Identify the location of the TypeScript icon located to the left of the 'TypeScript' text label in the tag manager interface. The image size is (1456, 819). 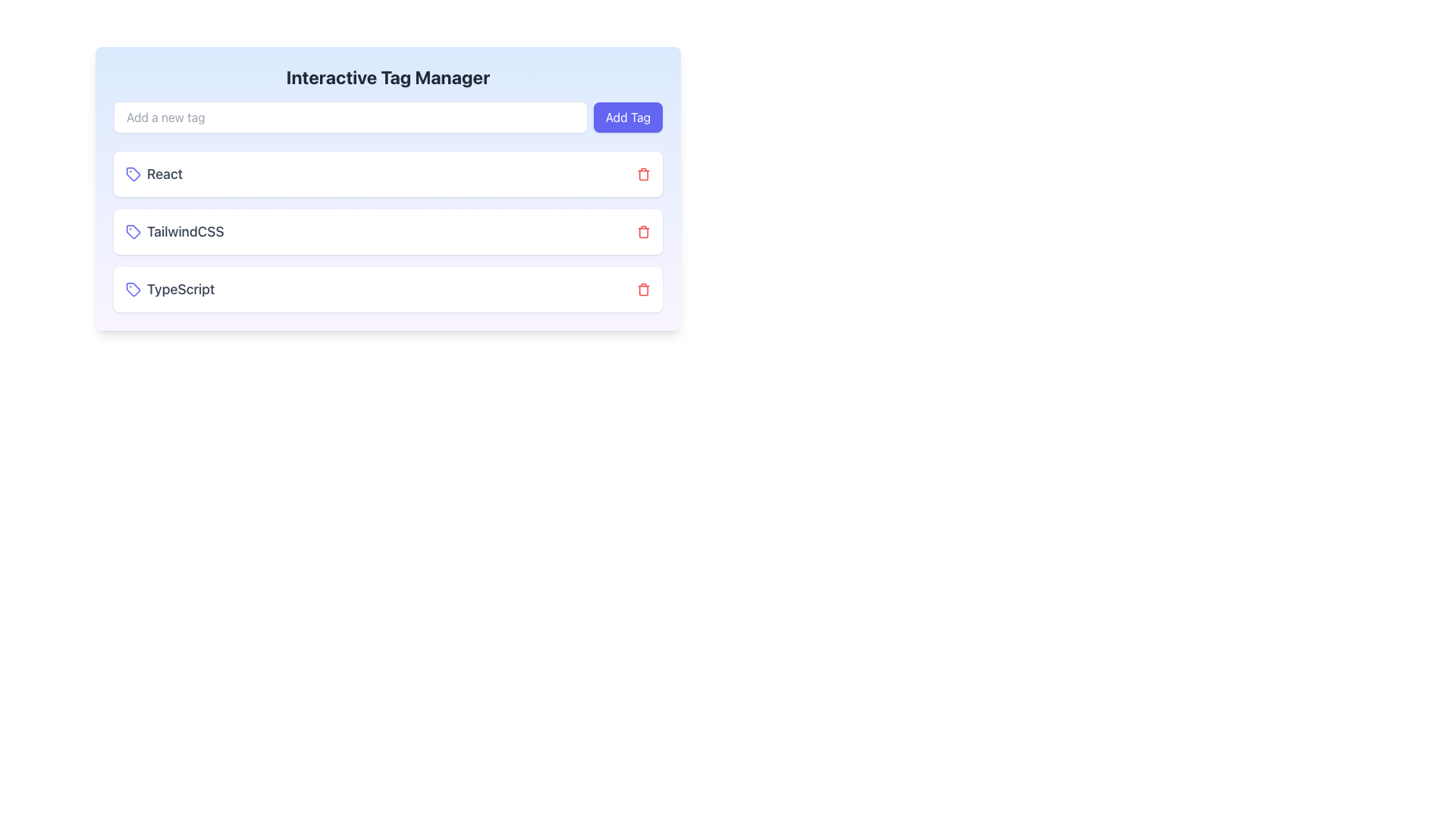
(133, 289).